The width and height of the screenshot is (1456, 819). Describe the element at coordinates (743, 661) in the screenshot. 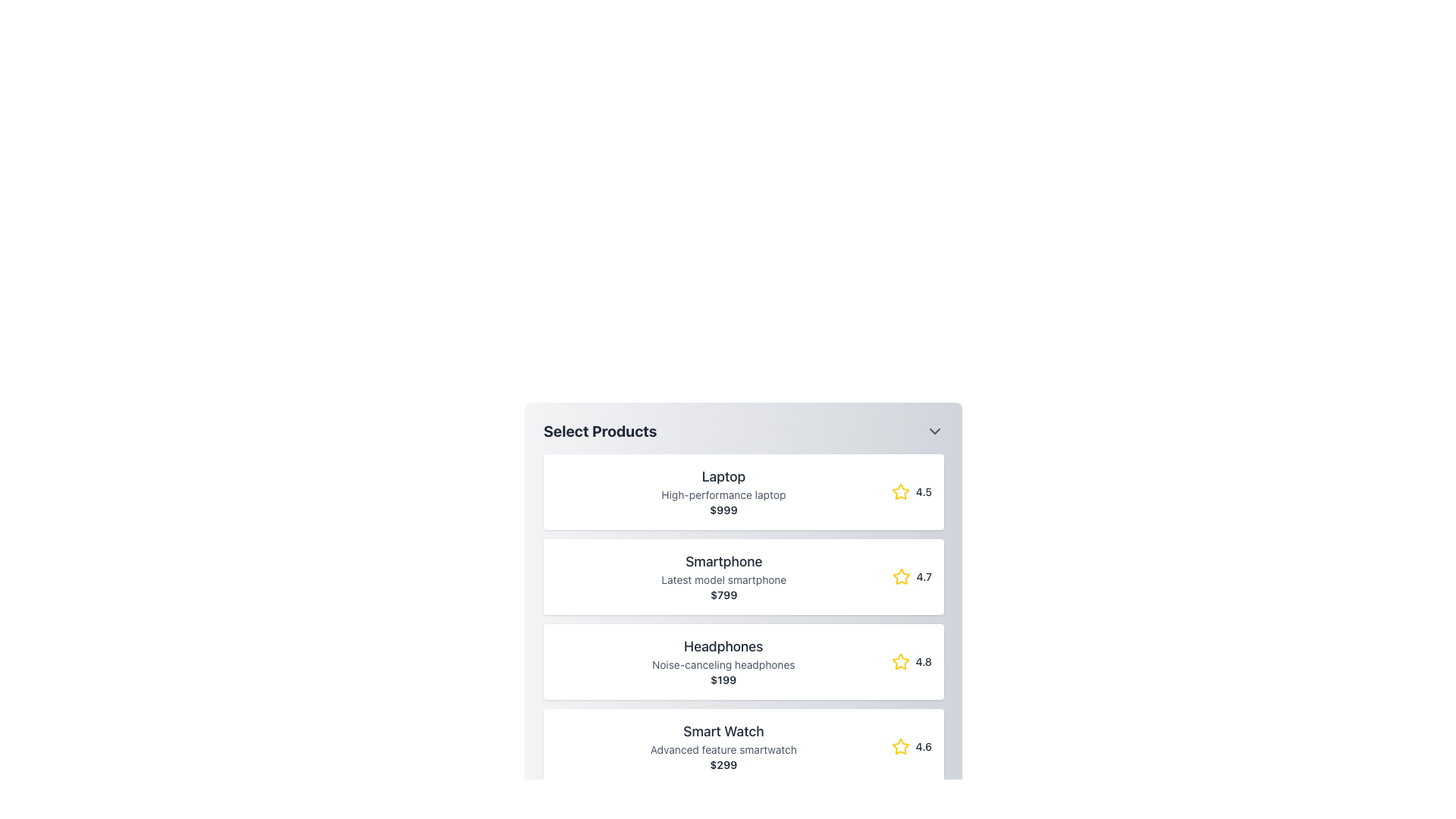

I see `the product card displaying 'Headphones' with a description of 'Noise-canceling headphones', located in the 'Select Products' panel` at that location.